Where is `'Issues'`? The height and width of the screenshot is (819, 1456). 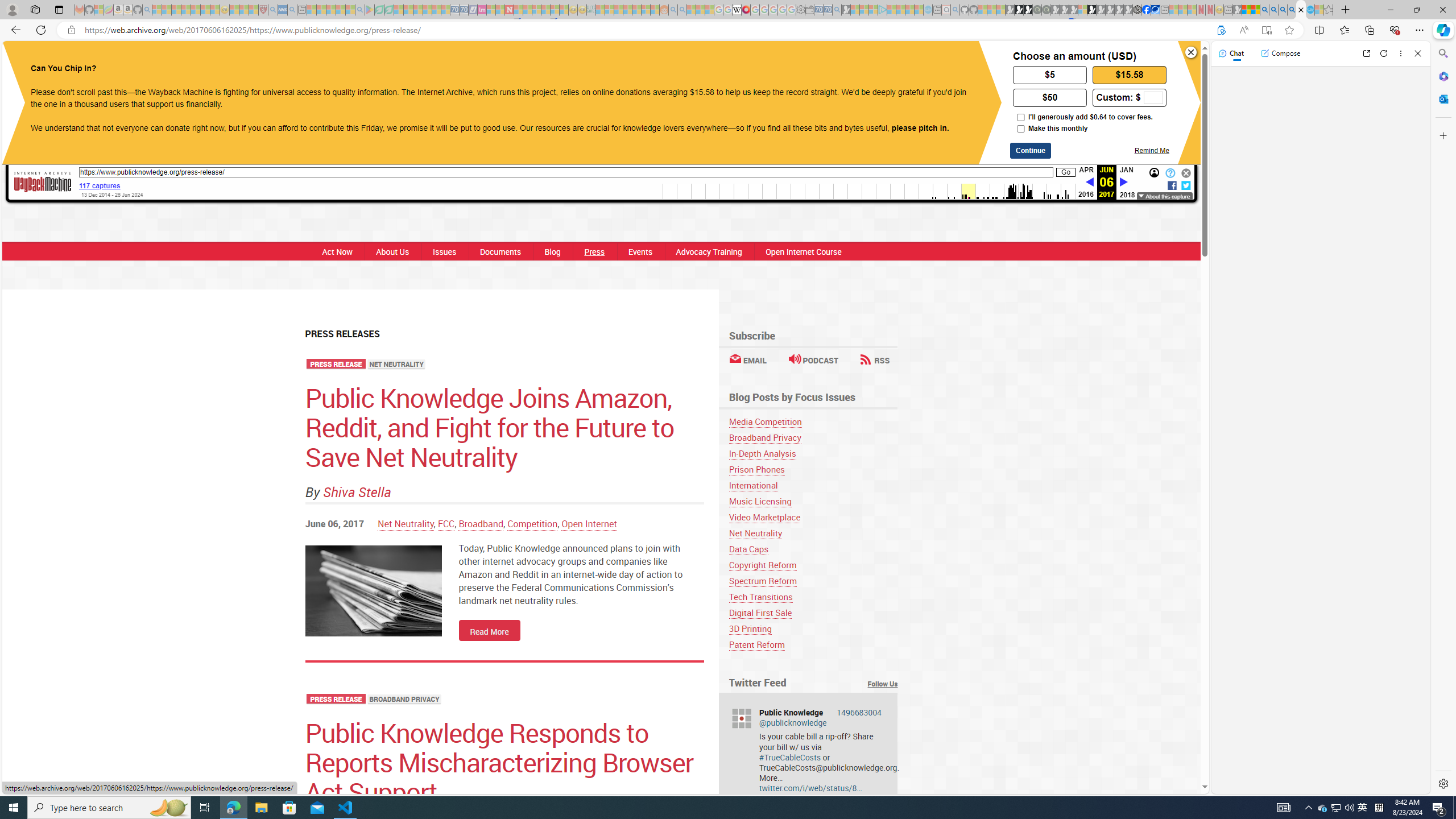 'Issues' is located at coordinates (443, 251).